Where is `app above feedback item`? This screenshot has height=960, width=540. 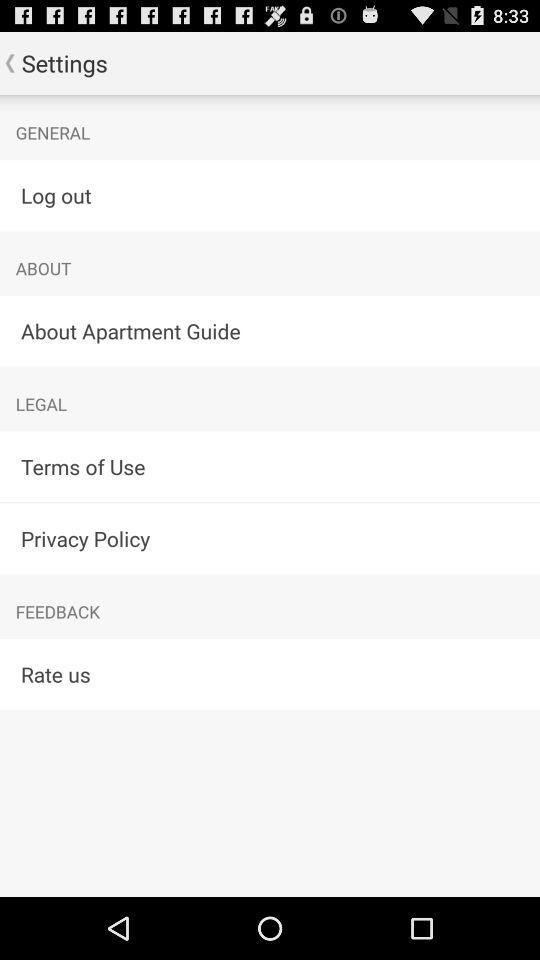
app above feedback item is located at coordinates (270, 537).